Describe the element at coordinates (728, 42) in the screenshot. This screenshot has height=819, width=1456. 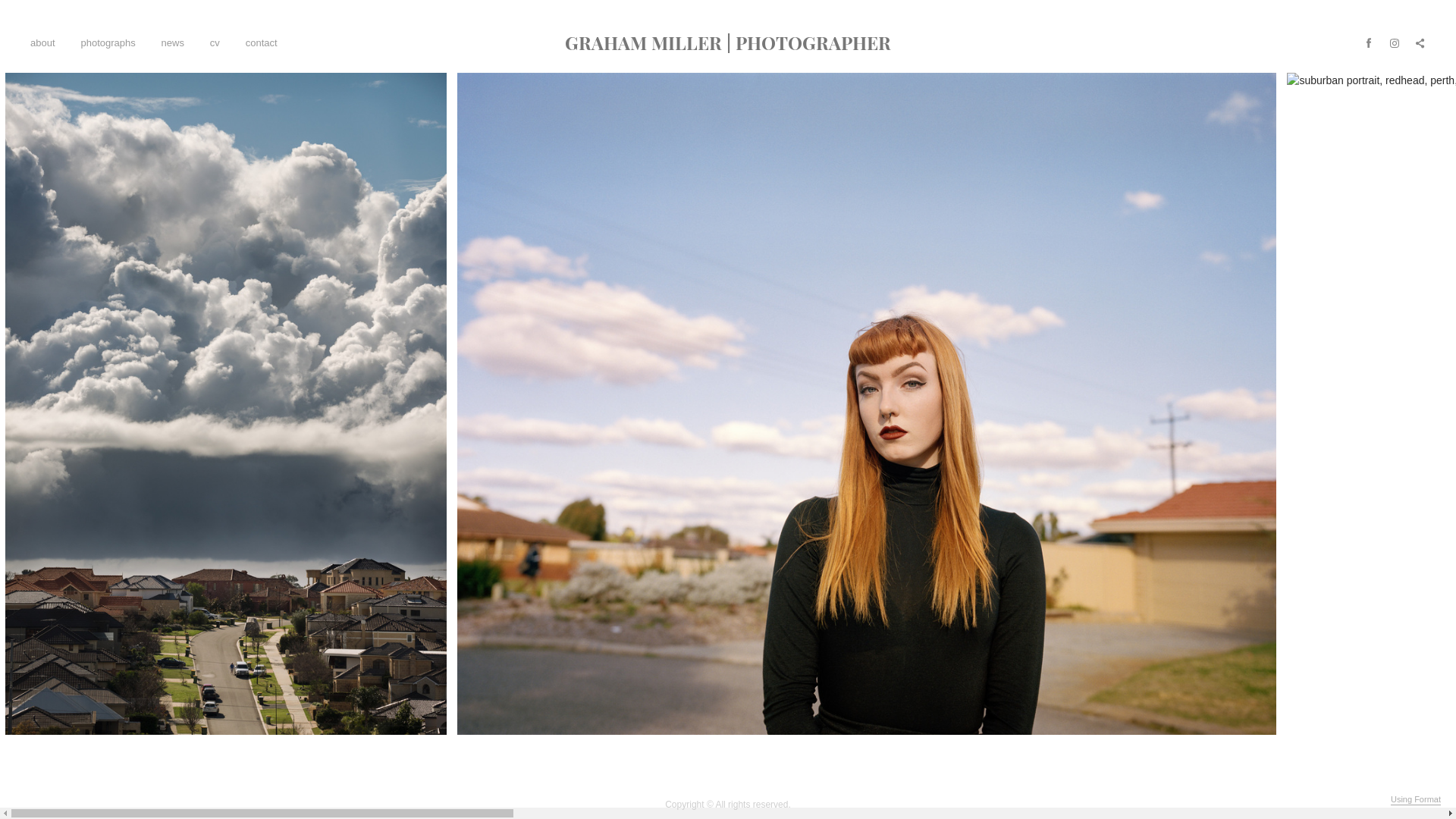
I see `'GRAHAM MILLER | PHOTOGRAPHER'` at that location.